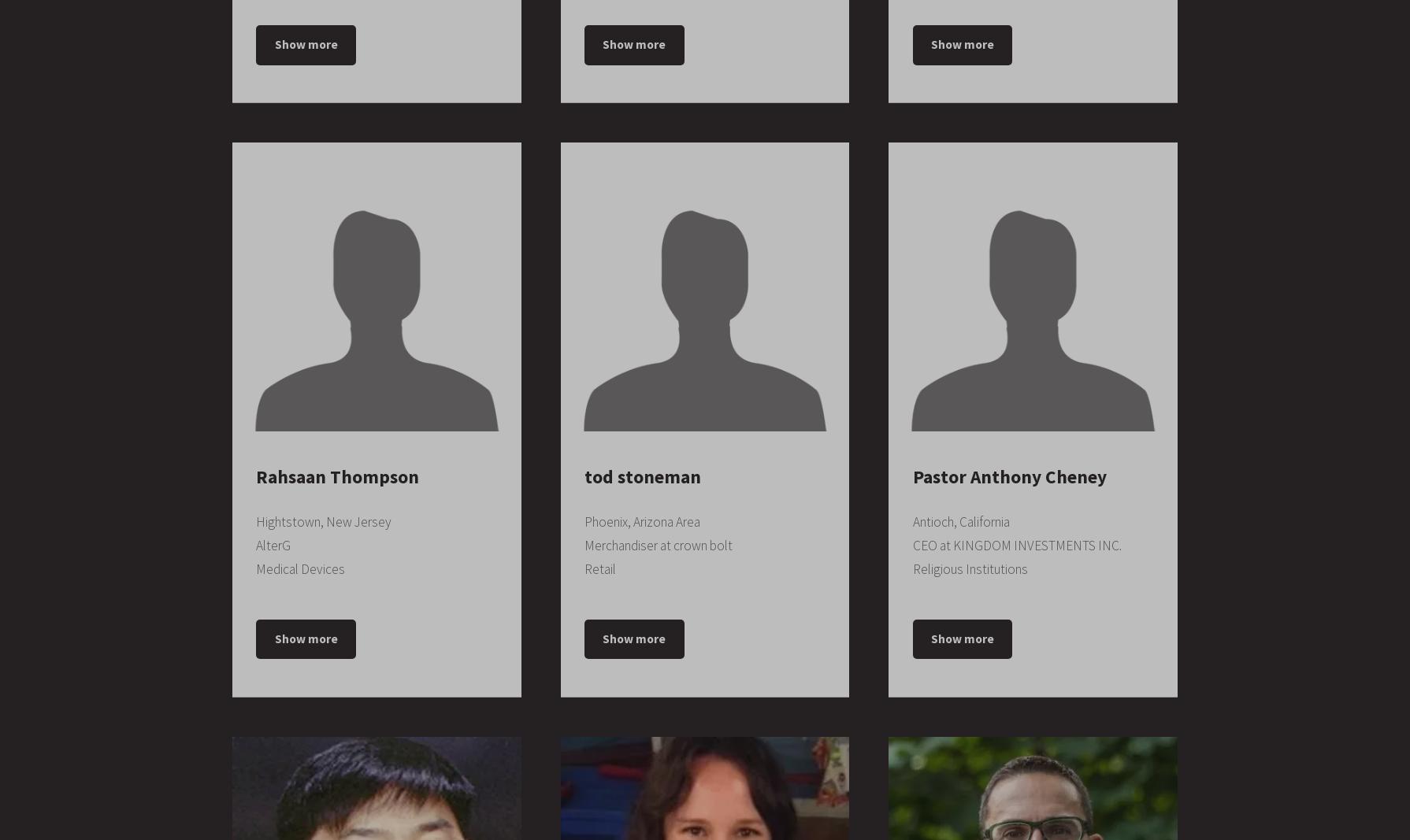 Image resolution: width=1410 pixels, height=840 pixels. I want to click on 'Popular Financial Holdings', so click(658, 429).